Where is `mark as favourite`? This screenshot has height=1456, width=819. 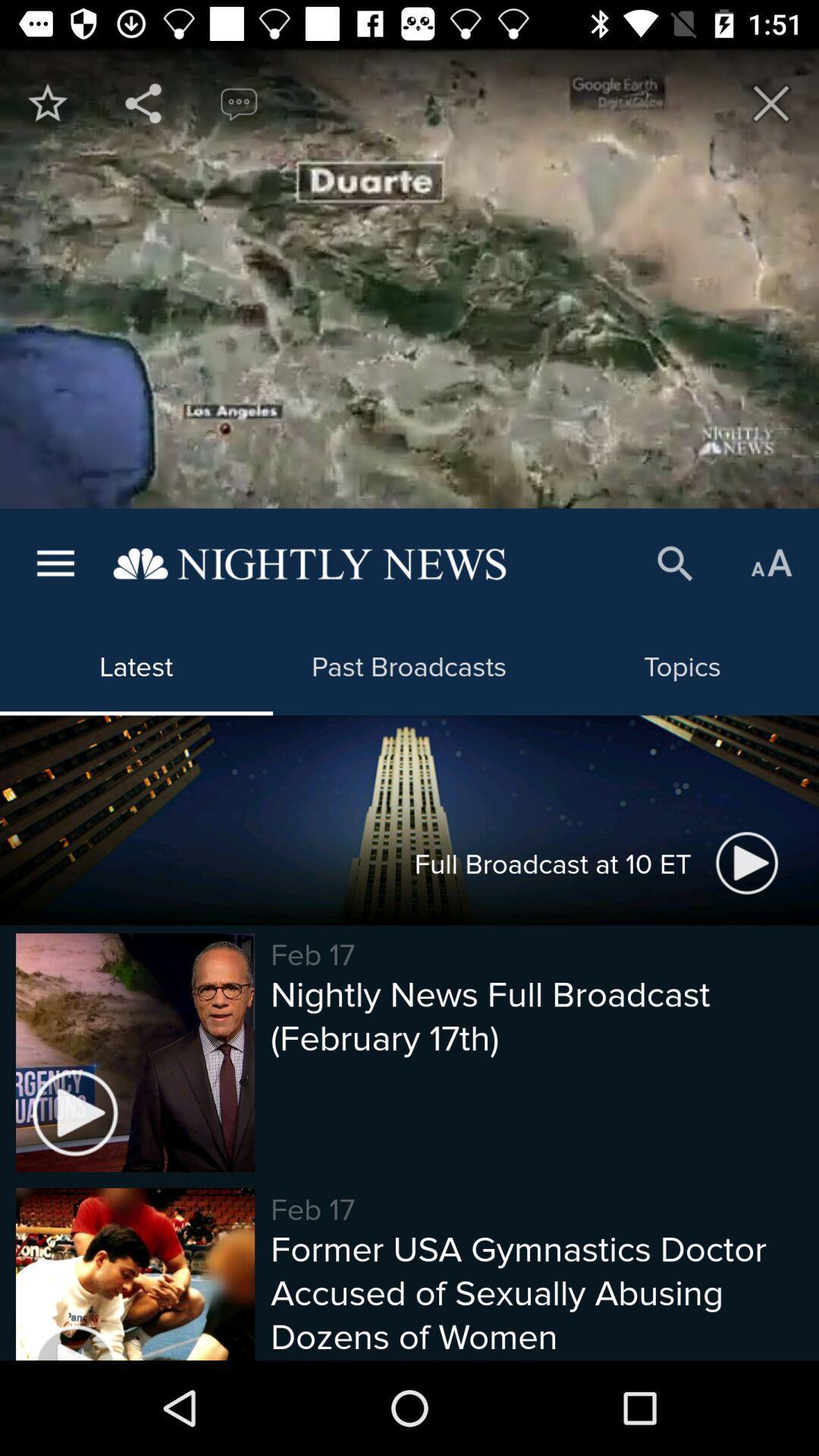 mark as favourite is located at coordinates (46, 102).